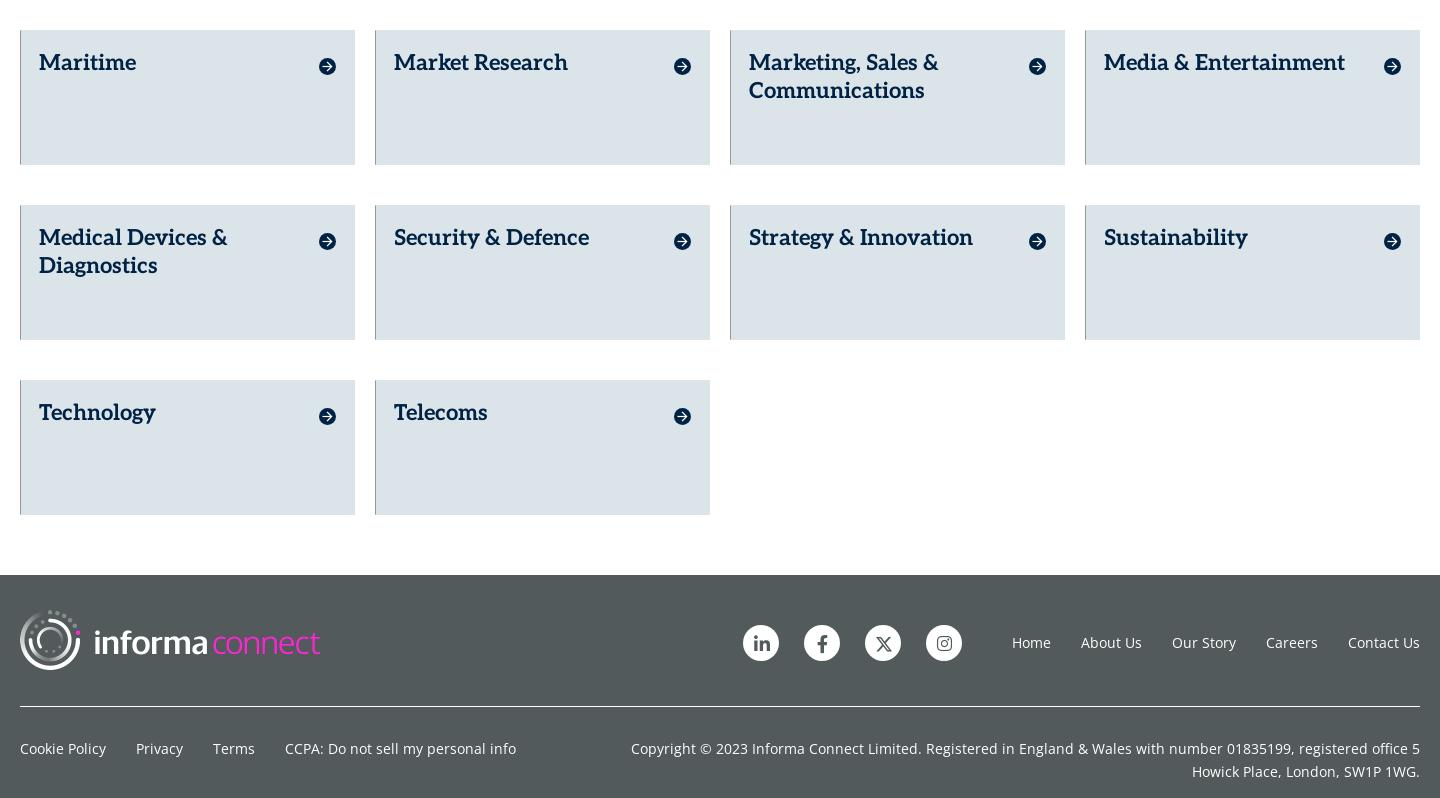 This screenshot has width=1440, height=798. I want to click on 'Privacy', so click(158, 733).